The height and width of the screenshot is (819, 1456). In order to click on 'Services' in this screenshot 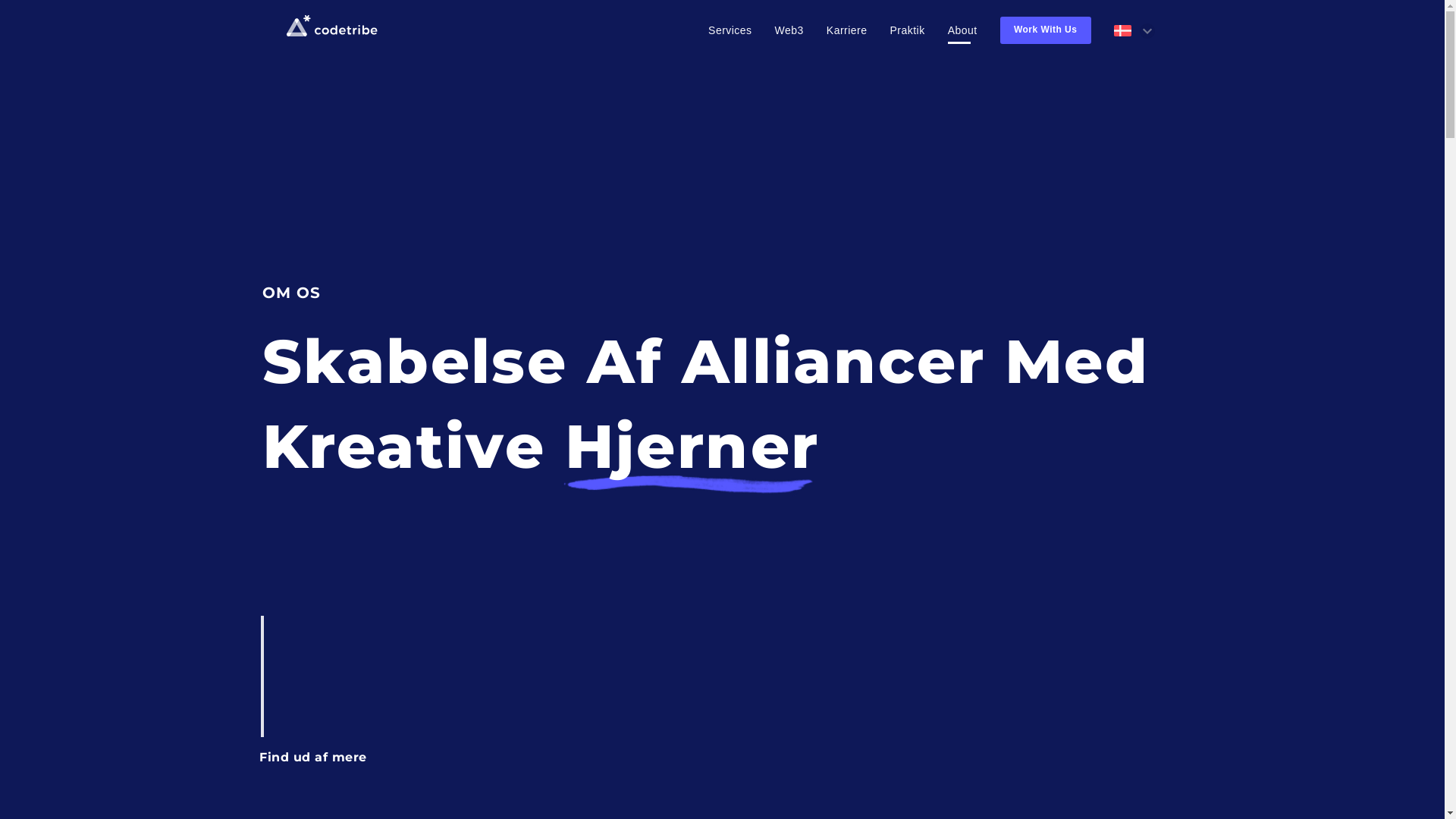, I will do `click(708, 30)`.